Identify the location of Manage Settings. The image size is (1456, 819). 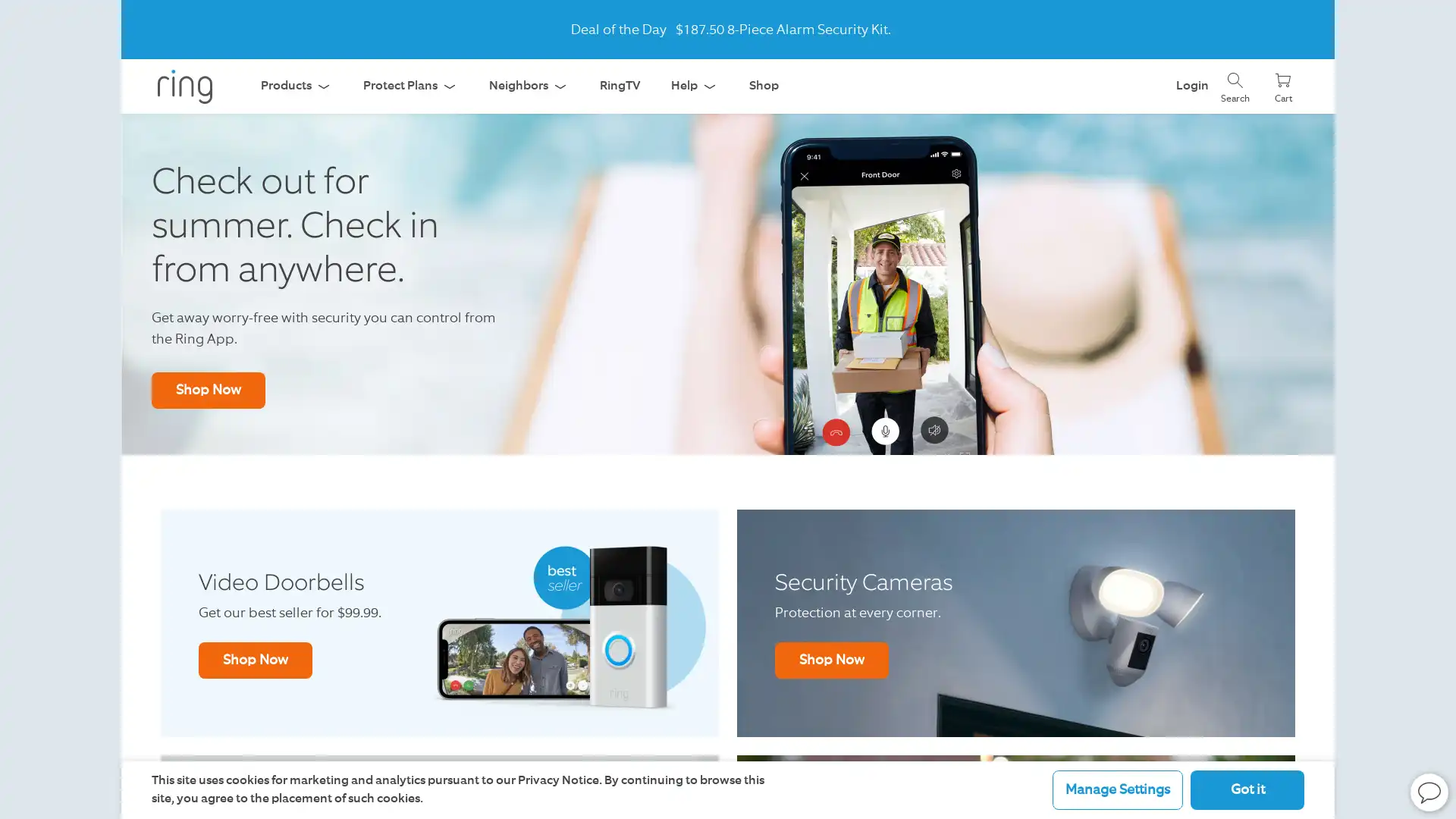
(1117, 789).